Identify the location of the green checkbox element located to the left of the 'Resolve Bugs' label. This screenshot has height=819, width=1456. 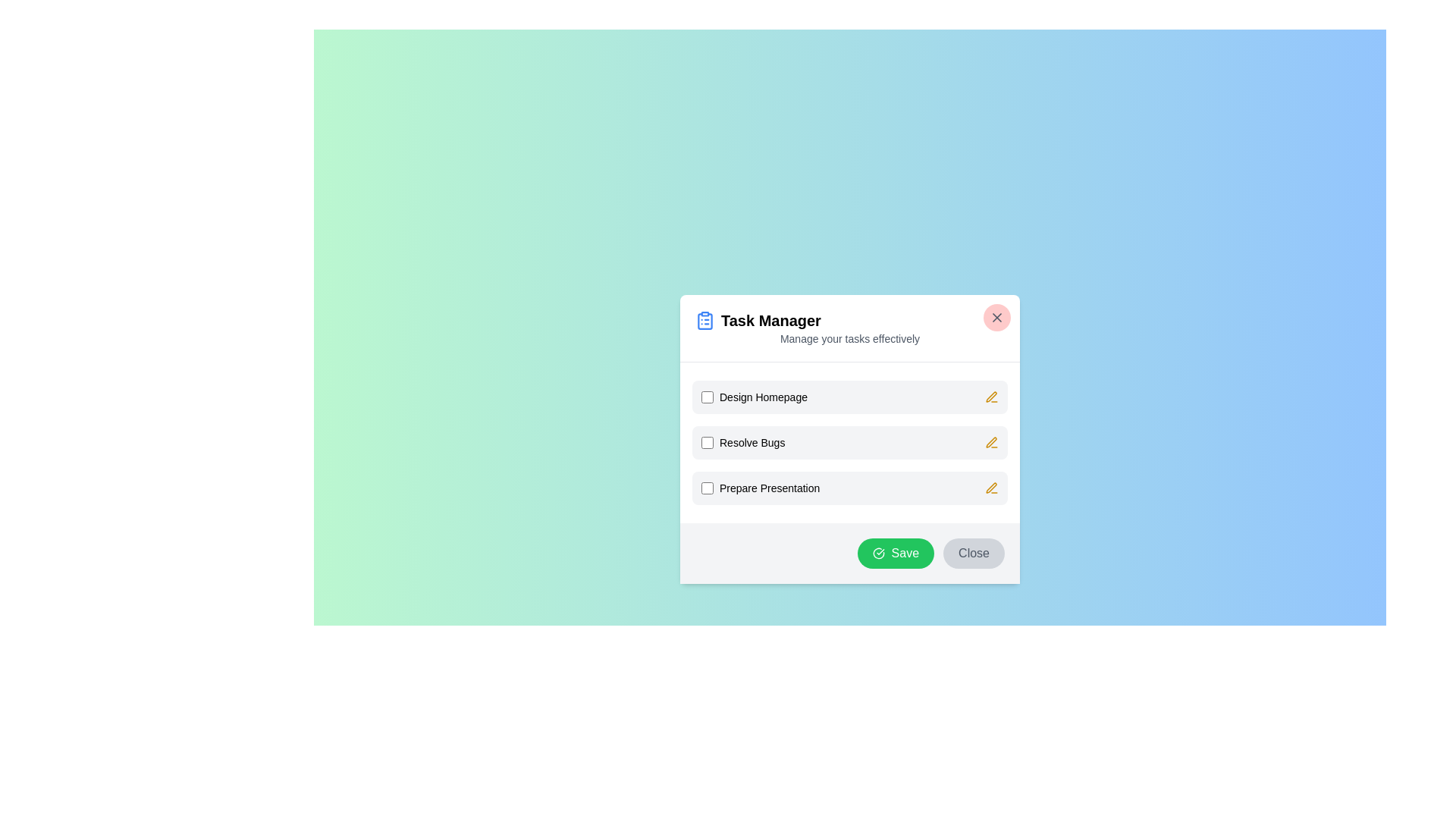
(706, 441).